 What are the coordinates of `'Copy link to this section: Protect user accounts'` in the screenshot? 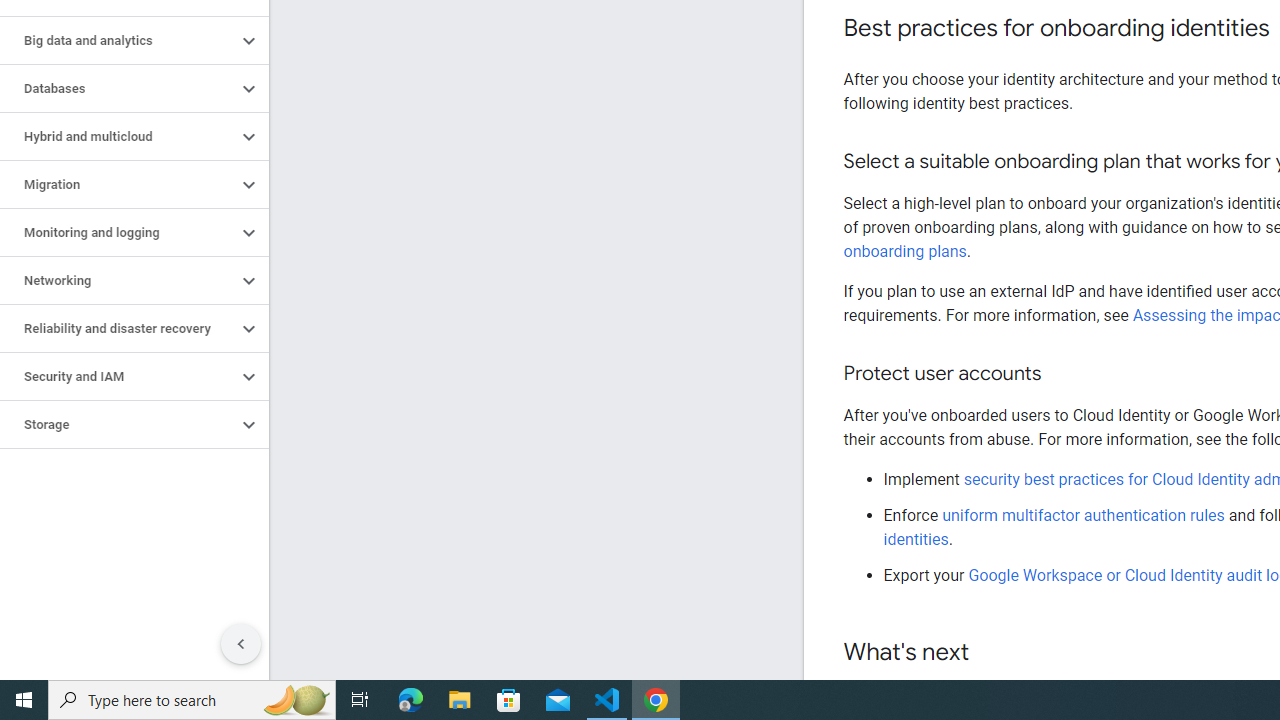 It's located at (1060, 374).